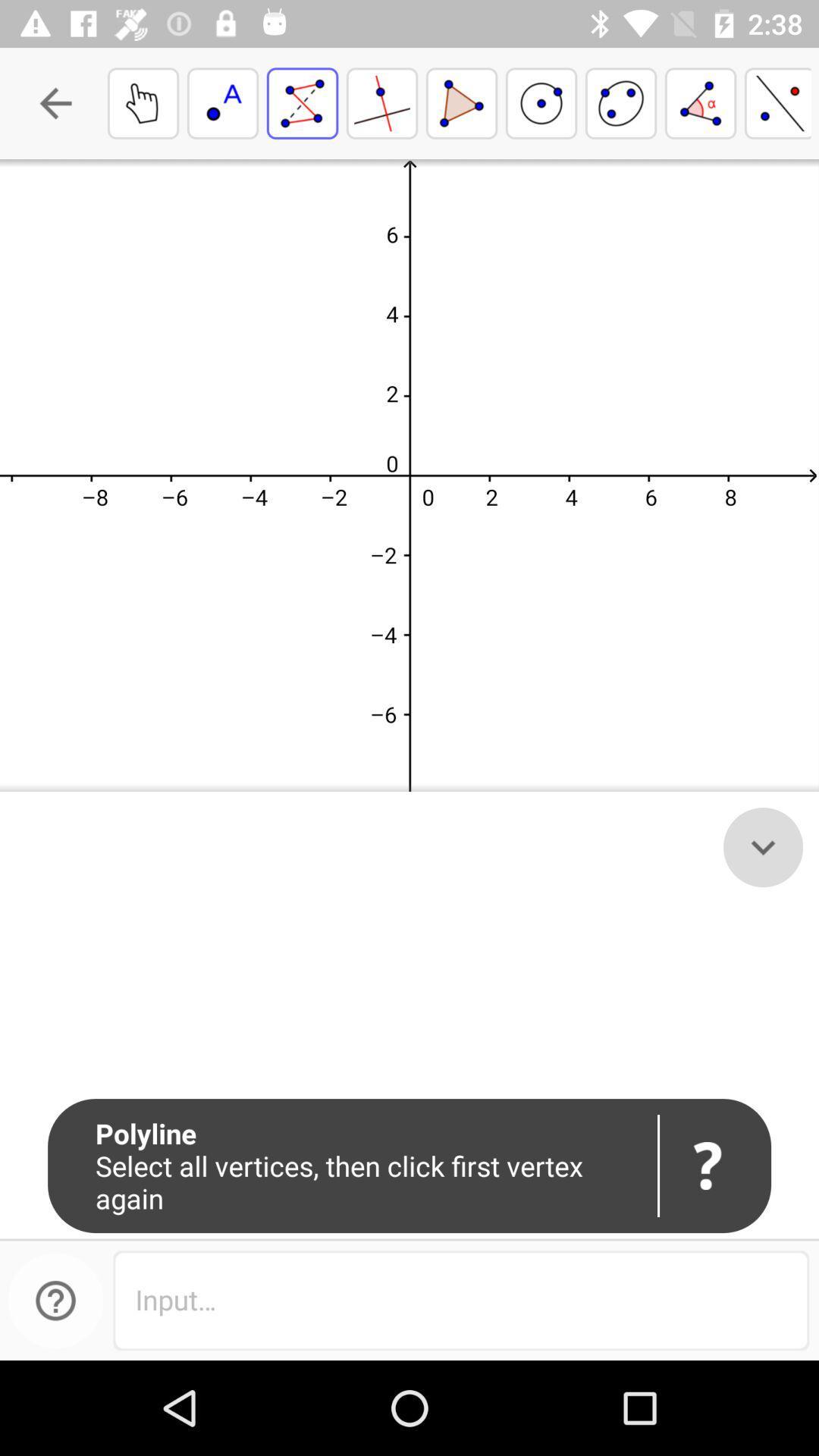 This screenshot has height=1456, width=819. What do you see at coordinates (55, 1300) in the screenshot?
I see `the help icon` at bounding box center [55, 1300].